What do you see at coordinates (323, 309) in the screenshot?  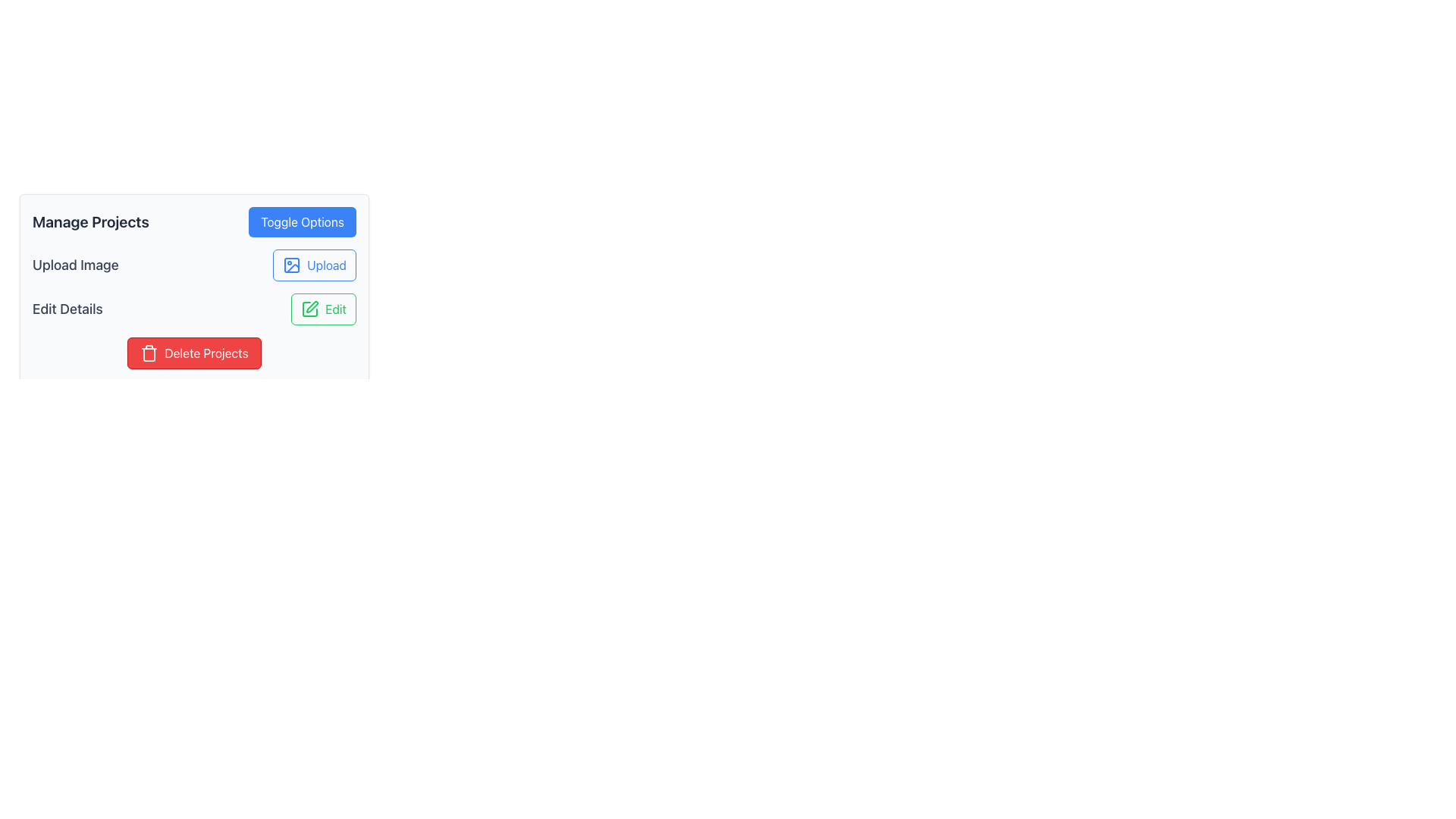 I see `the 'Edit' button, which is a green rectangular button with a pencil icon and text, located in the 'Edit Details' section at the bottom-right of the interface` at bounding box center [323, 309].